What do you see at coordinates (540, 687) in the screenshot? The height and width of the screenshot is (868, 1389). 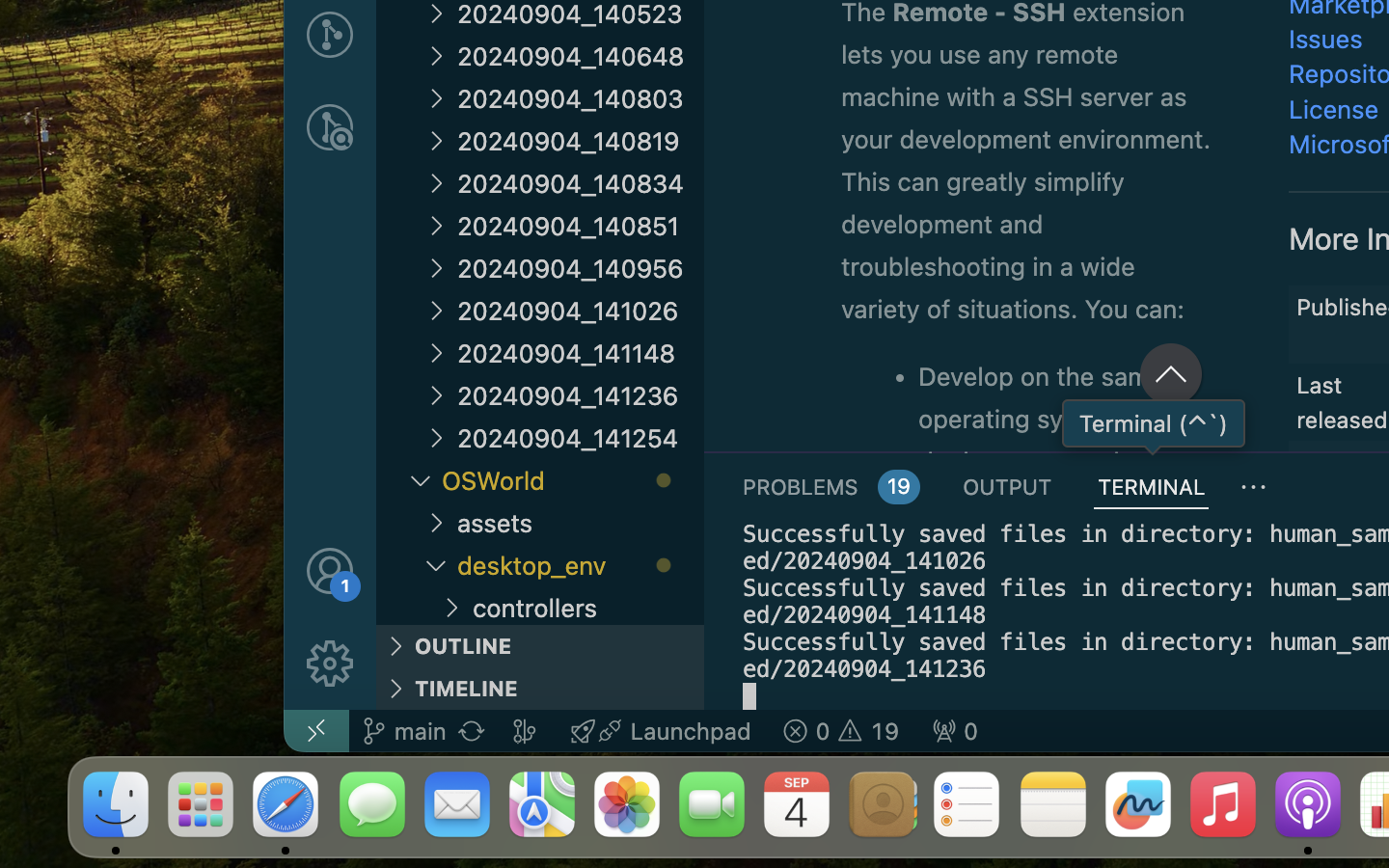 I see `'TIMELINE '` at bounding box center [540, 687].